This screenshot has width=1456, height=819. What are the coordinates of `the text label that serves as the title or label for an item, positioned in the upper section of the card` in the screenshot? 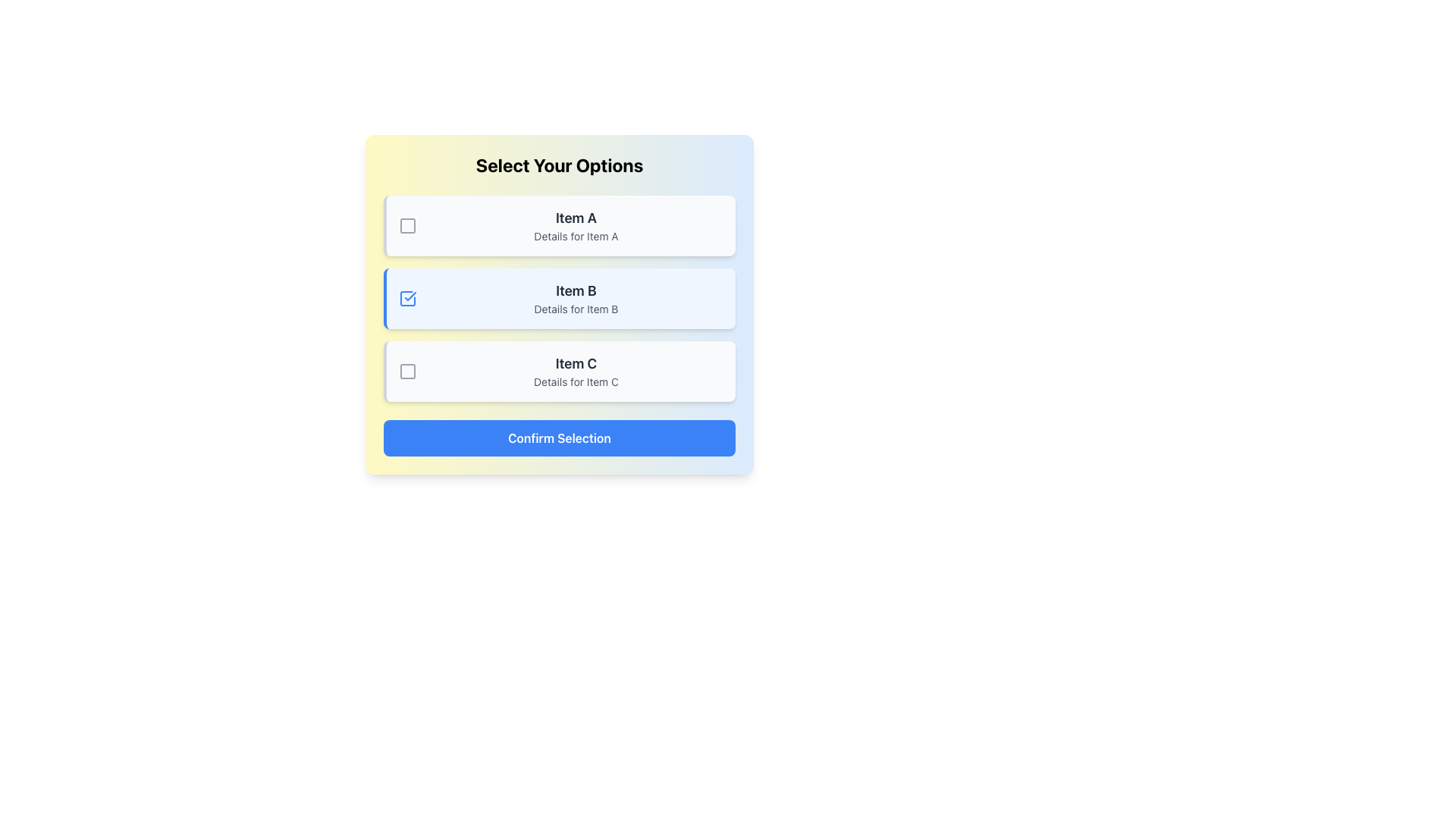 It's located at (575, 218).